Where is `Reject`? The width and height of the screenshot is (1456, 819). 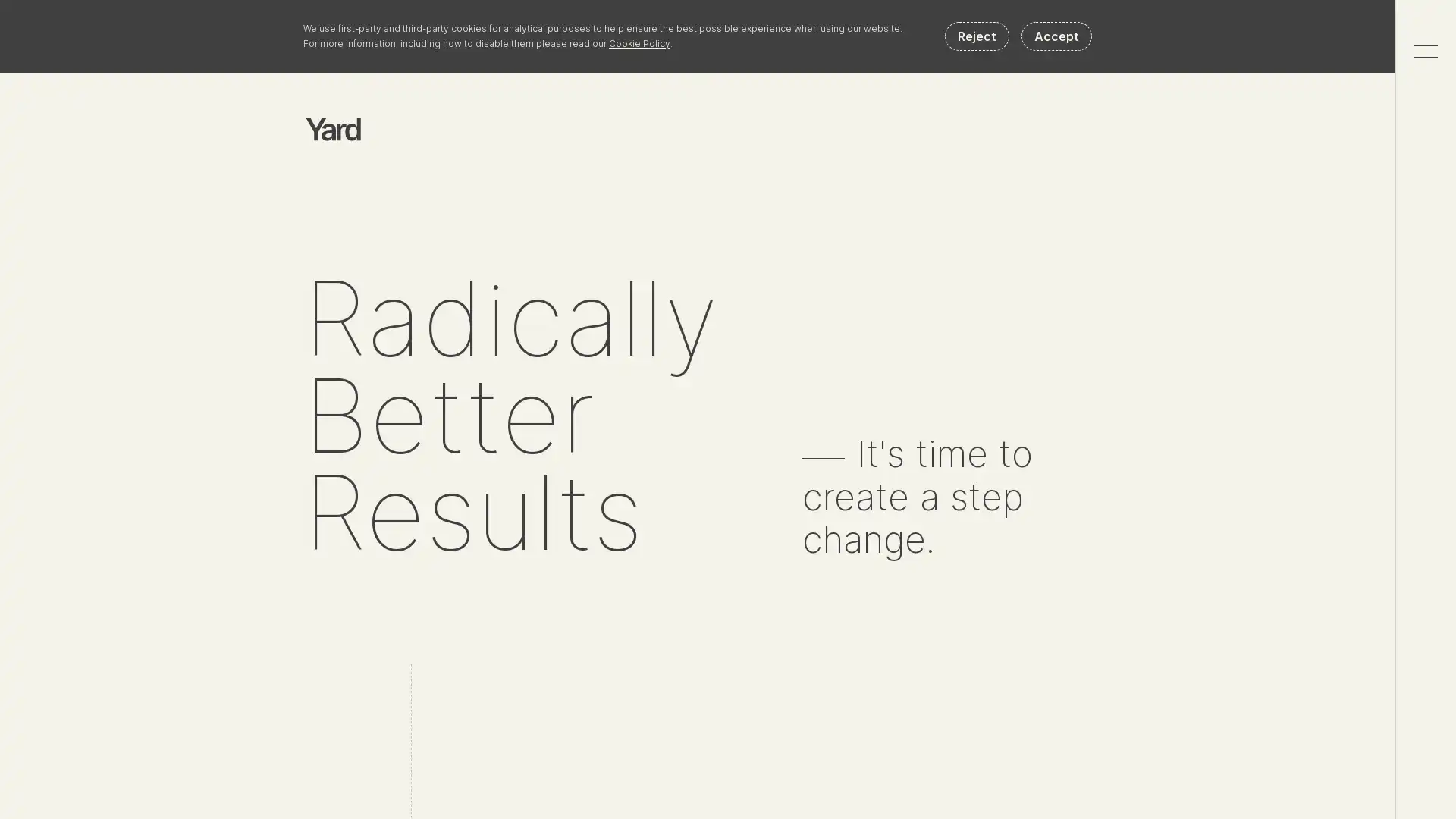 Reject is located at coordinates (977, 35).